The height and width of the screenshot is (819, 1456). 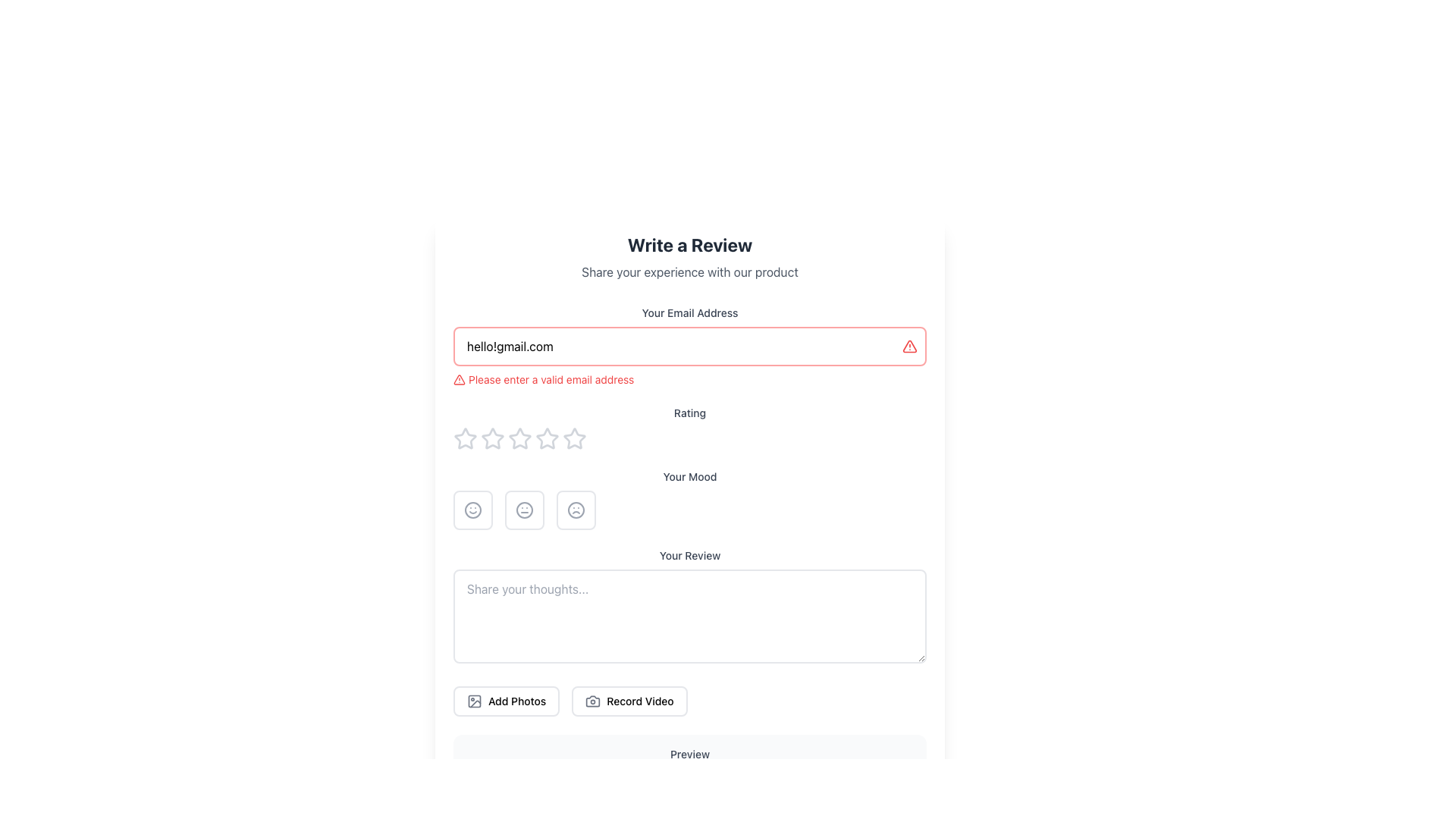 I want to click on the third icon in the mood selection interface, so click(x=575, y=510).